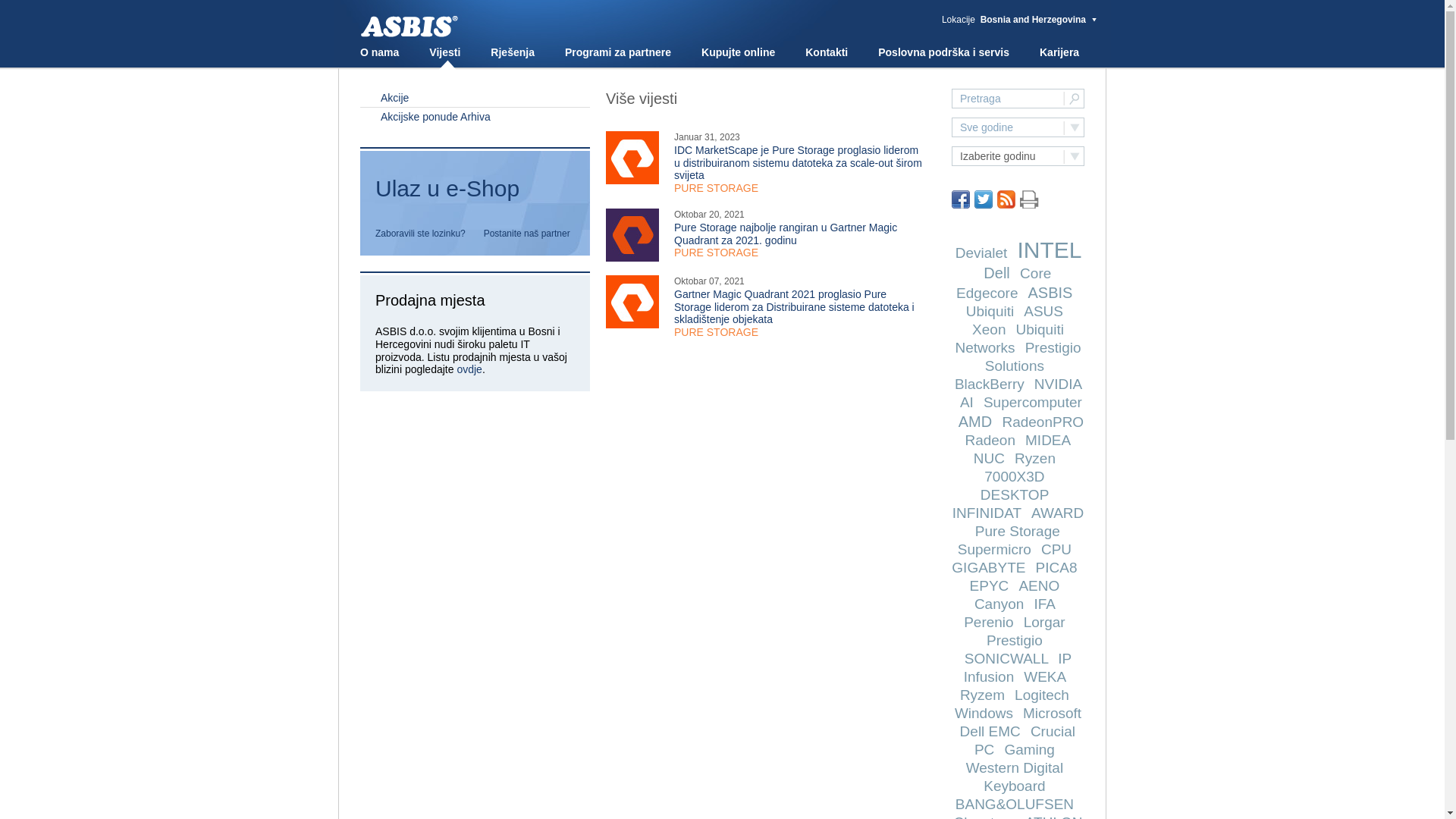 The width and height of the screenshot is (1456, 819). What do you see at coordinates (1047, 249) in the screenshot?
I see `'INTEL'` at bounding box center [1047, 249].